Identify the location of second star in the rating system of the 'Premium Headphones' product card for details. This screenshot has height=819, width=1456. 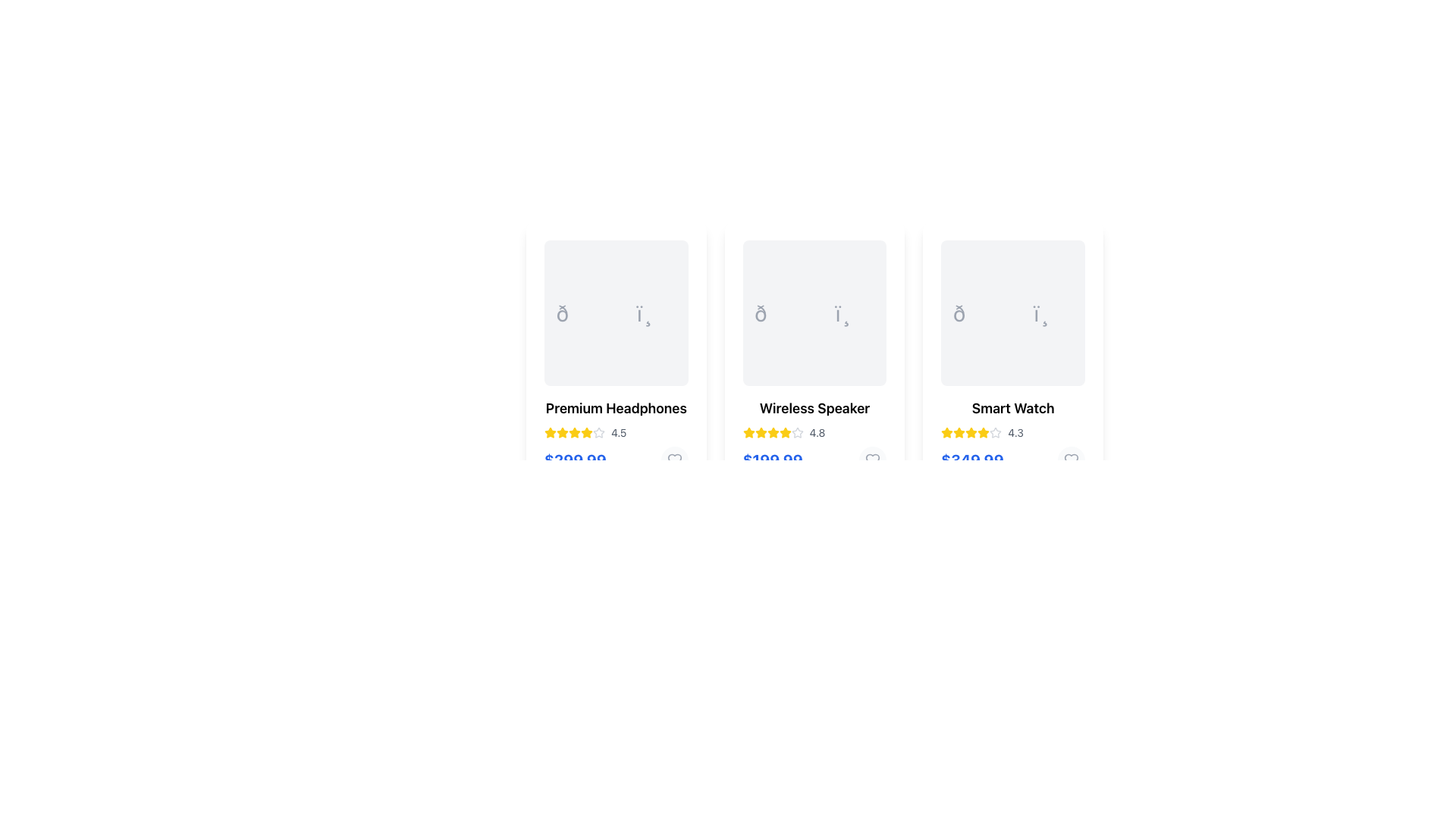
(585, 432).